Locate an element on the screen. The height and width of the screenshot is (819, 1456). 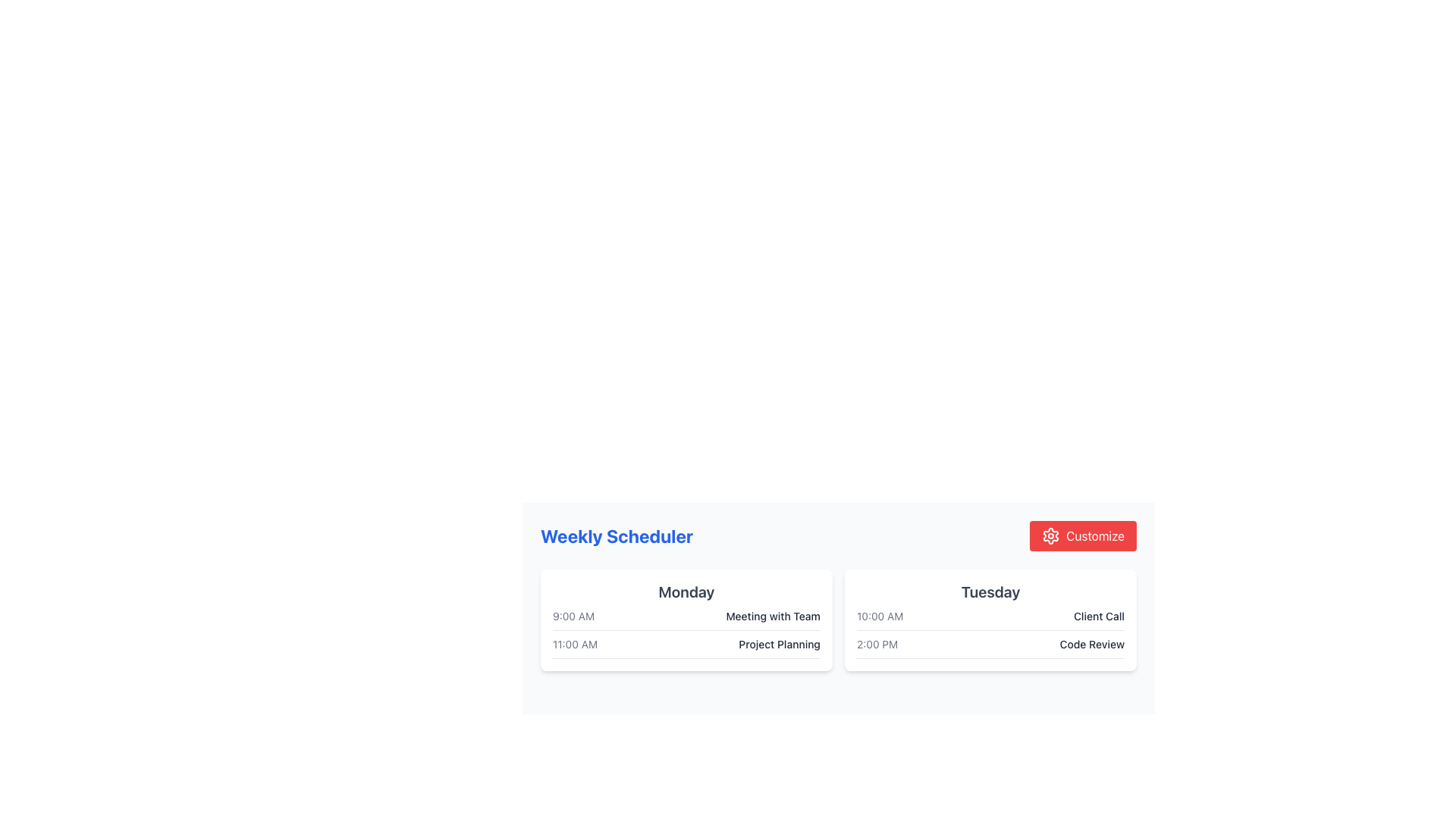
the text label displaying 'Monday' styled in a bold, large font with a dark gray color, located at the top of a white rectangular card in the weekly scheduler interface is located at coordinates (686, 591).